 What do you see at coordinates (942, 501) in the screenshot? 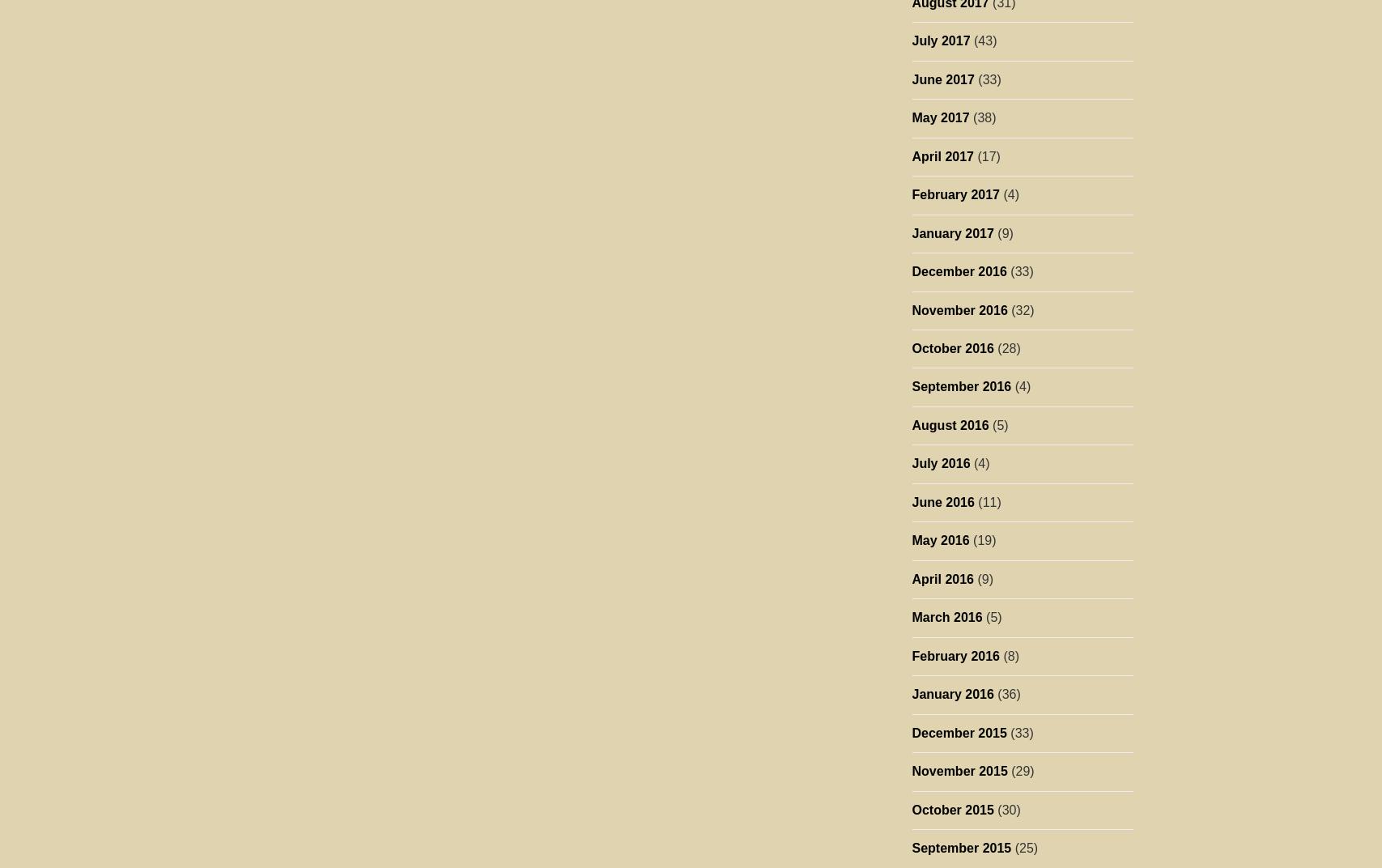
I see `'June 2016'` at bounding box center [942, 501].